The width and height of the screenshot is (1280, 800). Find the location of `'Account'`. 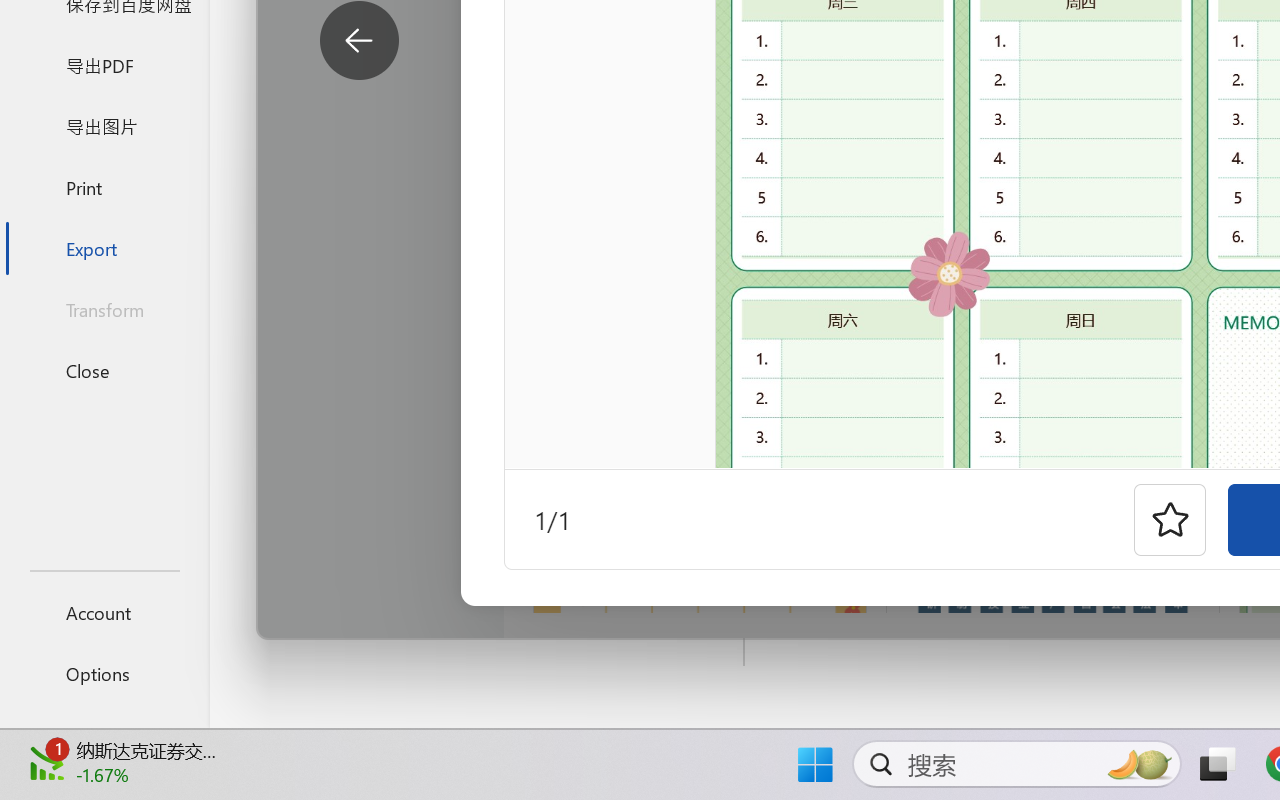

'Account' is located at coordinates (103, 612).